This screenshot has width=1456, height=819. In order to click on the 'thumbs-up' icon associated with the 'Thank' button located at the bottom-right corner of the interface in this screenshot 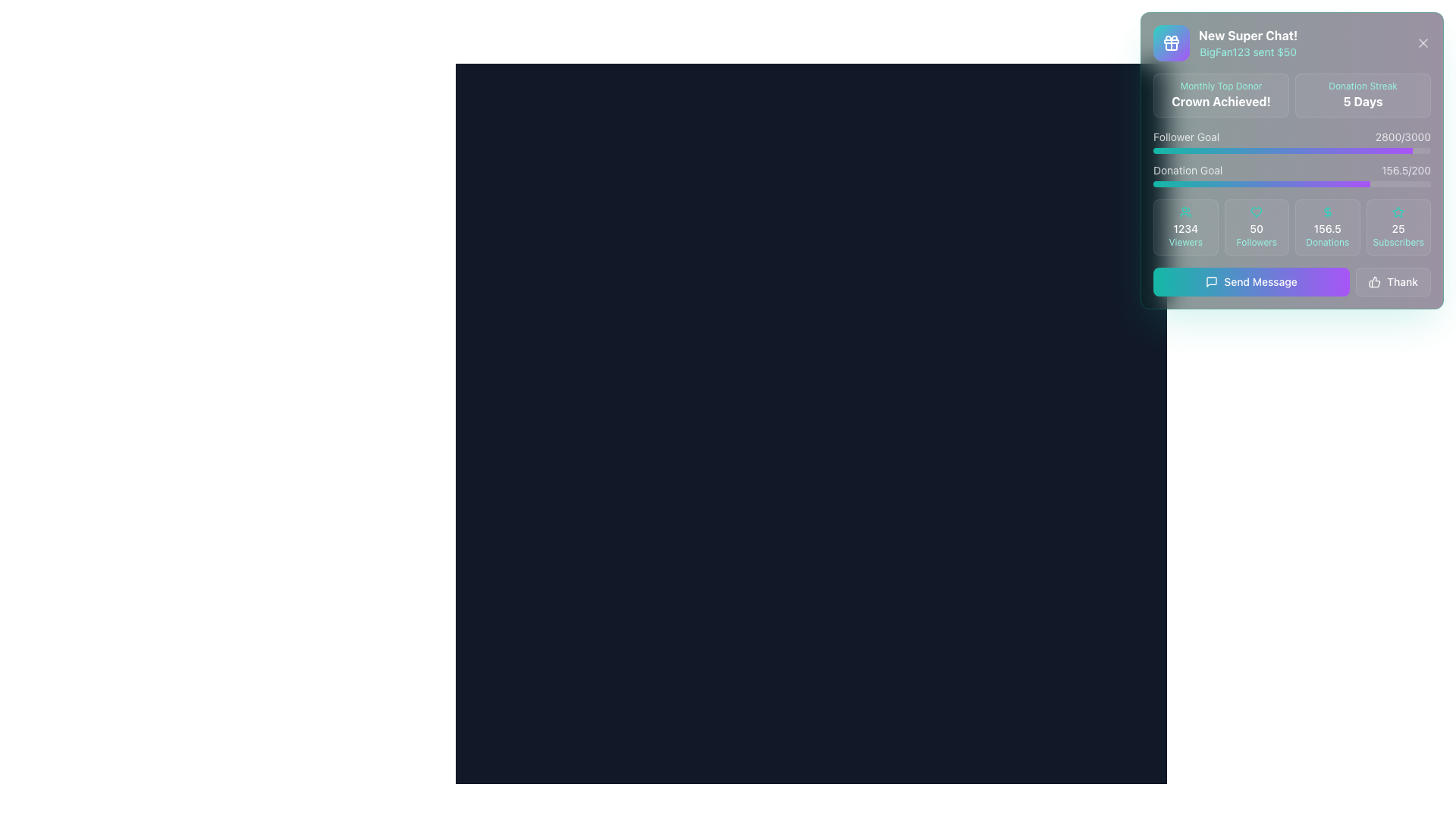, I will do `click(1375, 281)`.